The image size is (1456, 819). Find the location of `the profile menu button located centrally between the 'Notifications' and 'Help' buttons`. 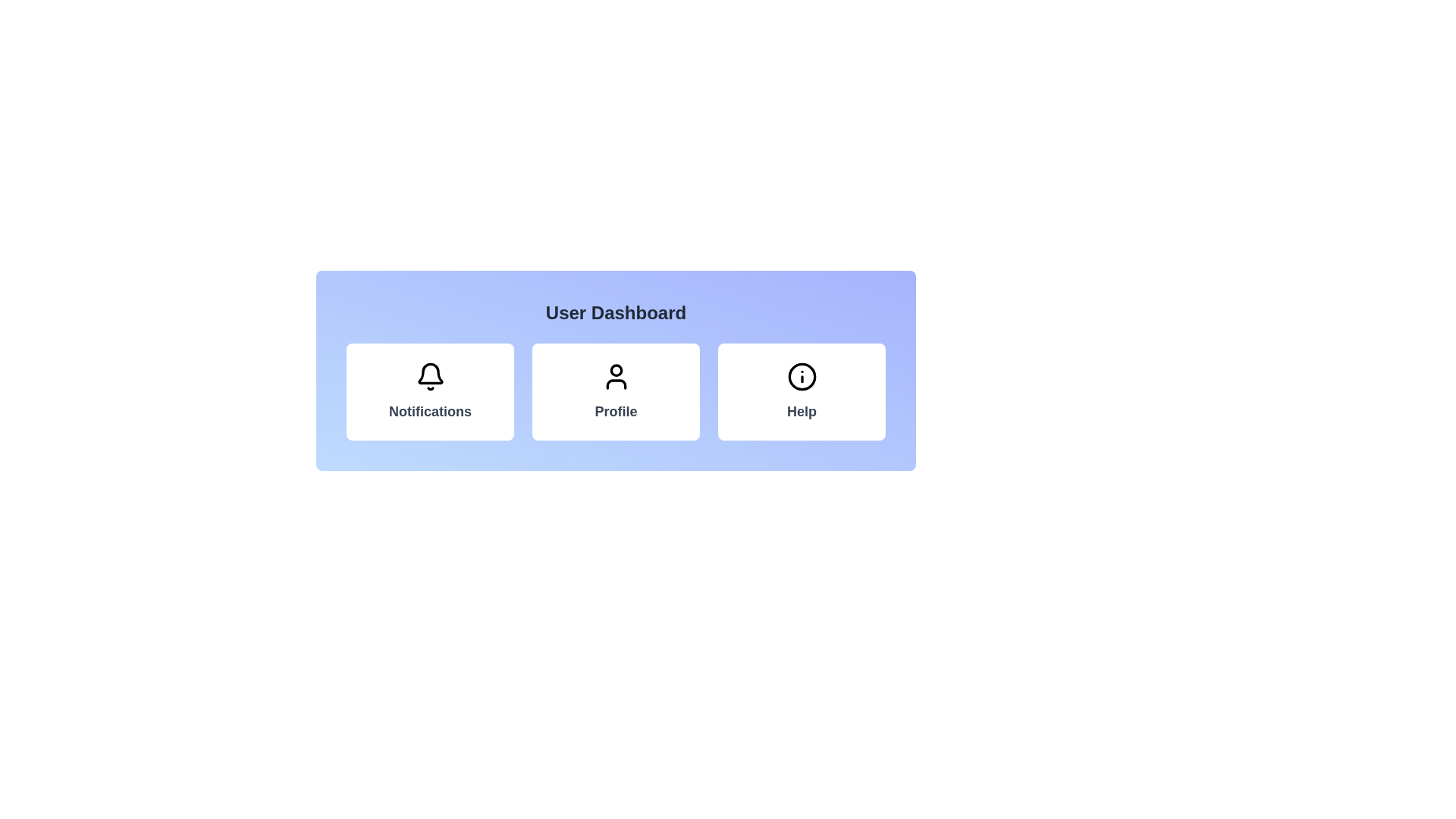

the profile menu button located centrally between the 'Notifications' and 'Help' buttons is located at coordinates (616, 391).